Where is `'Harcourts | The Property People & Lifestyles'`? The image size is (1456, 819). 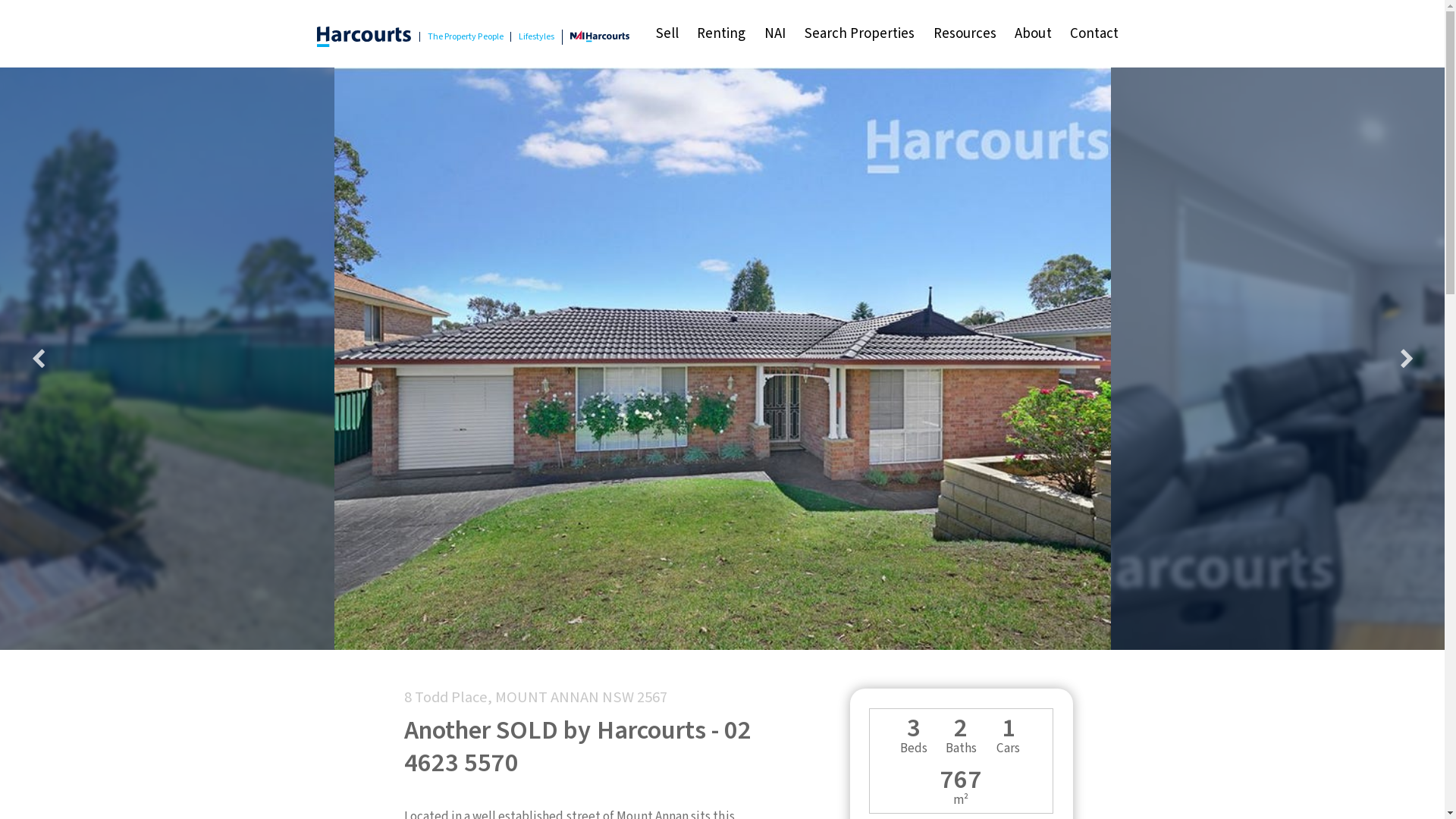 'Harcourts | The Property People & Lifestyles' is located at coordinates (364, 36).